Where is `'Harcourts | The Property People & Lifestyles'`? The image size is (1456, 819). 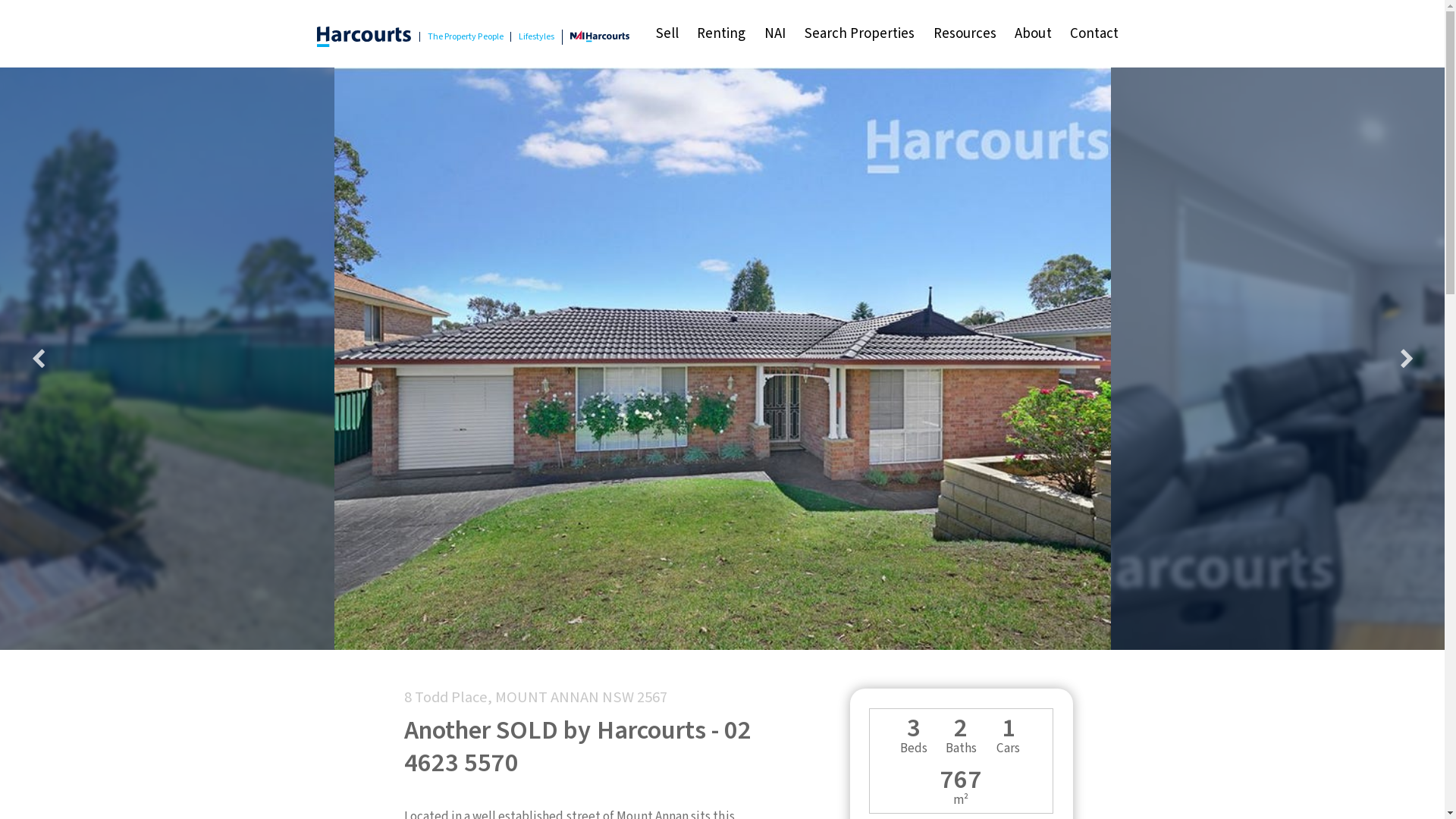 'Harcourts | The Property People & Lifestyles' is located at coordinates (364, 36).